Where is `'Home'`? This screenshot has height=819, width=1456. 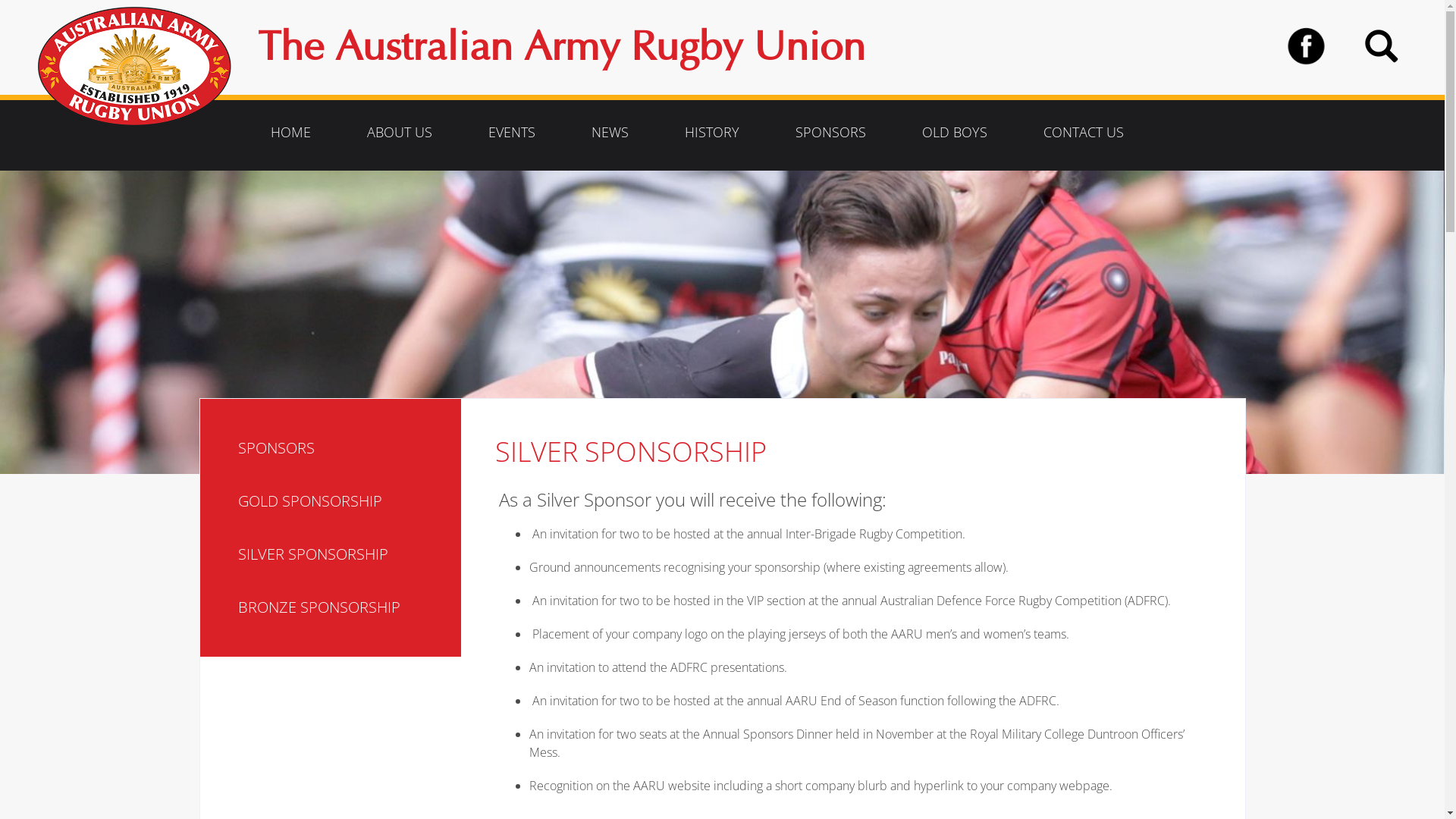
'Home' is located at coordinates (140, 65).